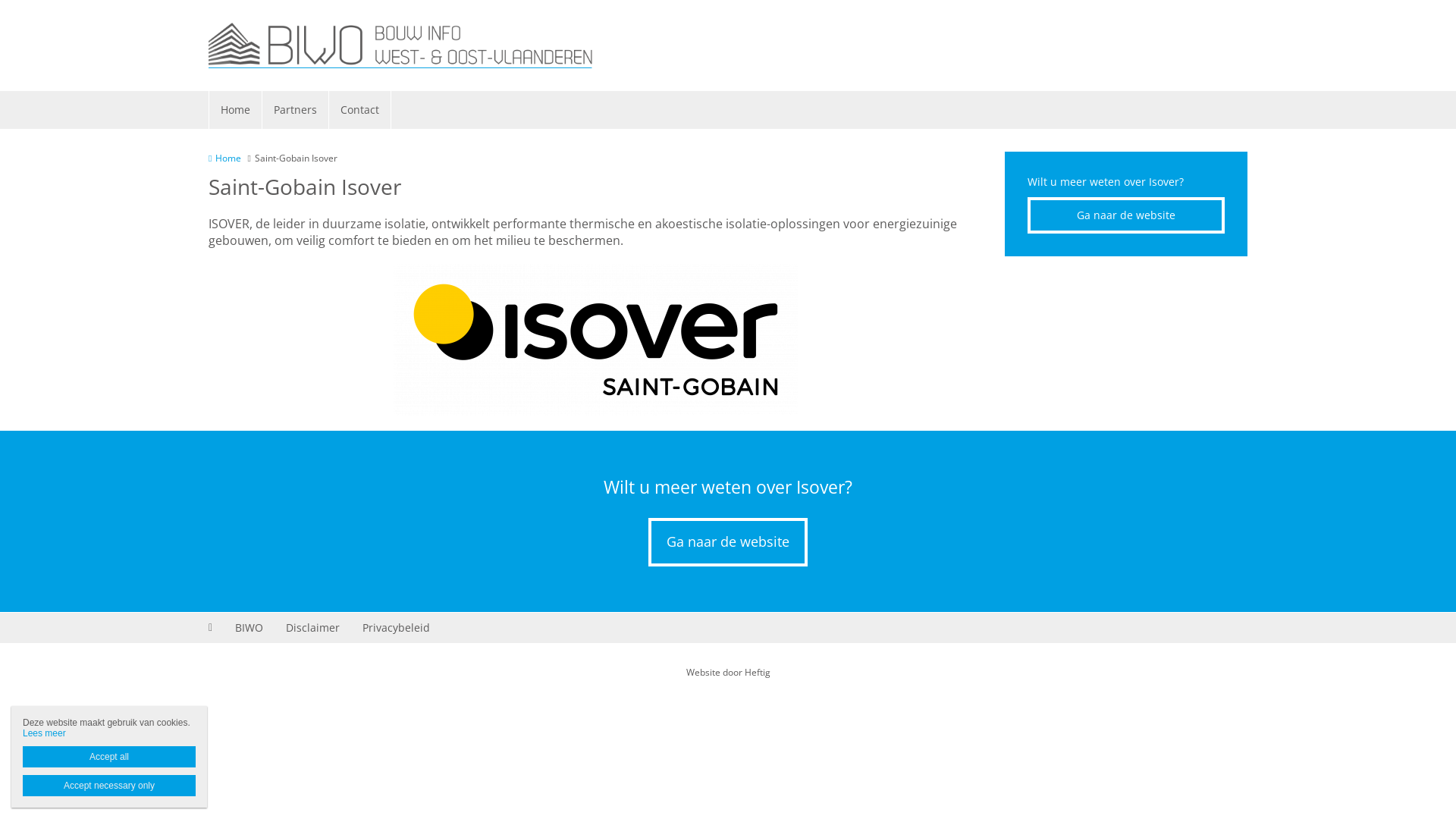 The height and width of the screenshot is (819, 1456). Describe the element at coordinates (400, 45) in the screenshot. I see `'Home | Bouw Info West- & Oost-Vlaanderen'` at that location.